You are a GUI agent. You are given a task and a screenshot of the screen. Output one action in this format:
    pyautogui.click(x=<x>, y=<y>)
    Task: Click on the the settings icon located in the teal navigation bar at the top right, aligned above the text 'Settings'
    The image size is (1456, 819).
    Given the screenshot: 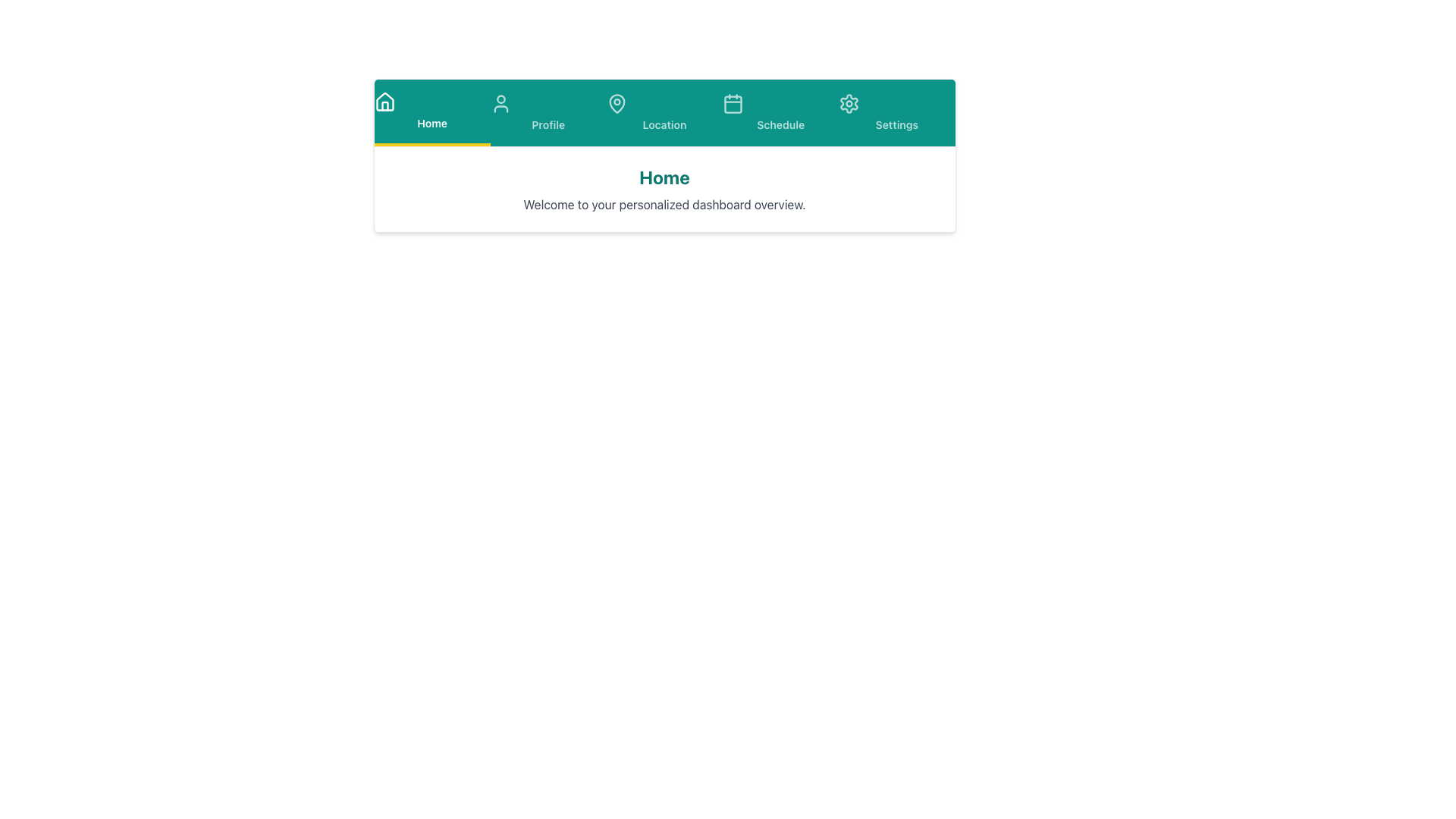 What is the action you would take?
    pyautogui.click(x=849, y=103)
    